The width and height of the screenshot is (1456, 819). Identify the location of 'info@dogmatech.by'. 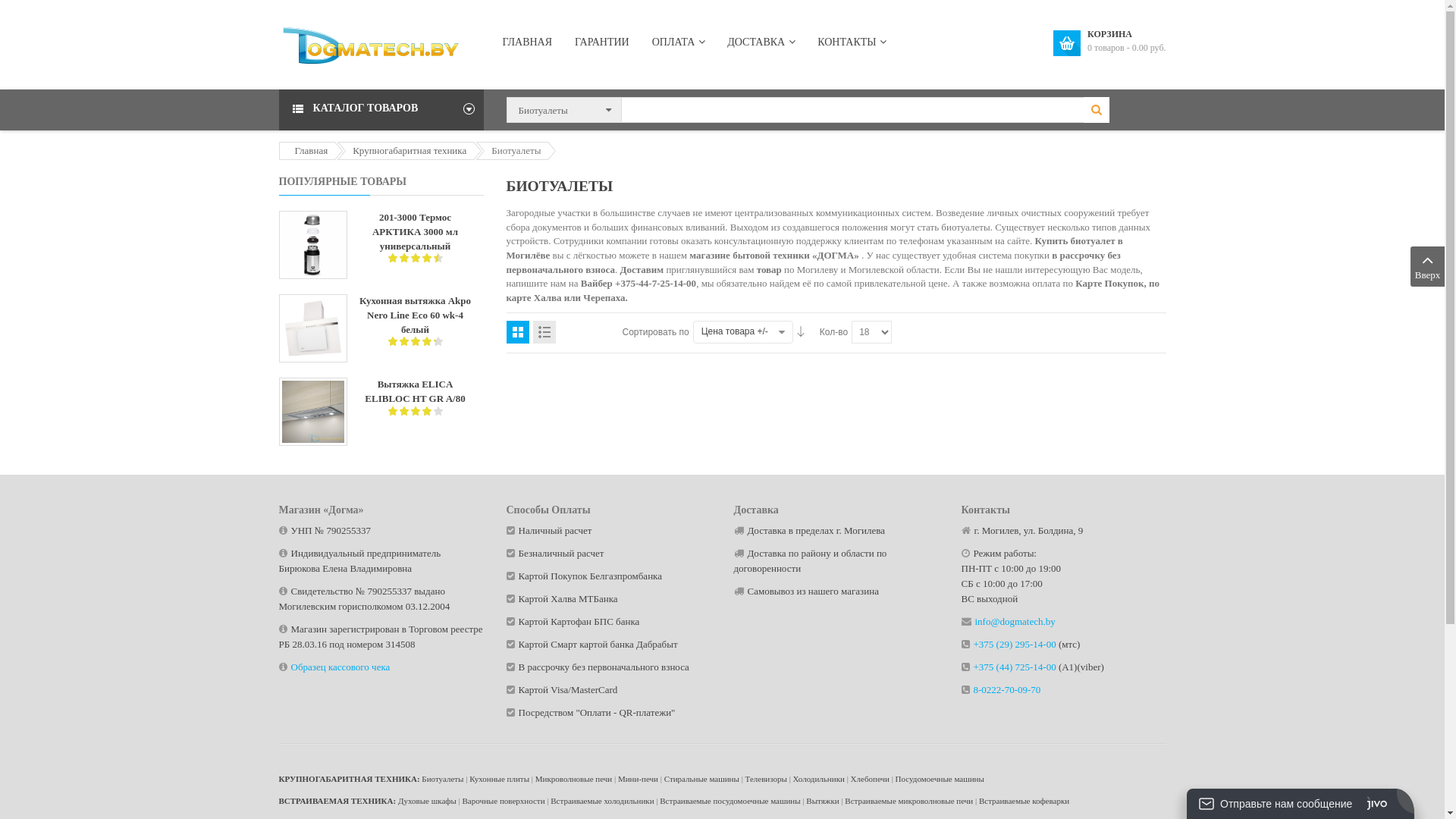
(975, 621).